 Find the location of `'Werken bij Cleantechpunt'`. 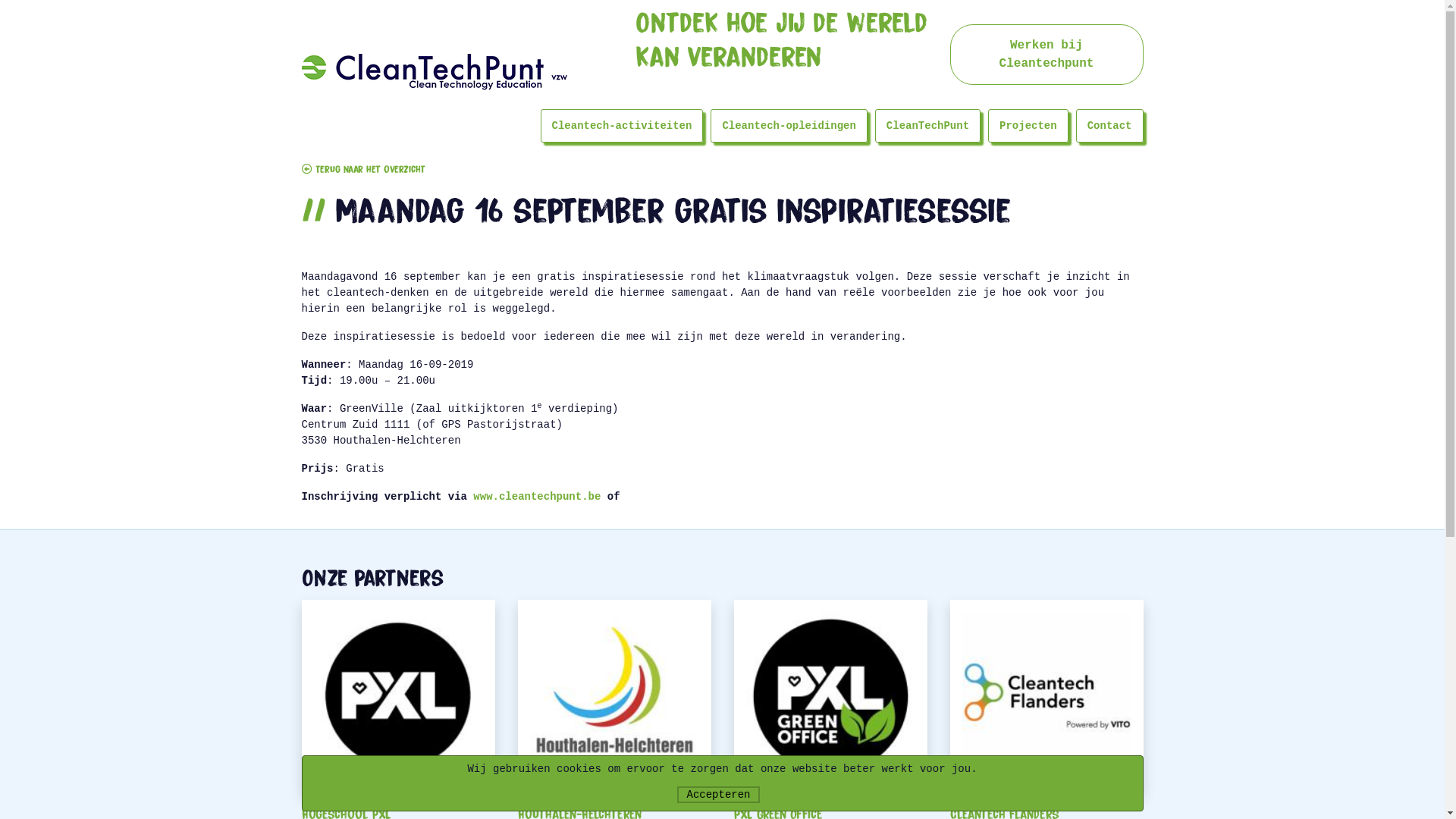

'Werken bij Cleantechpunt' is located at coordinates (1045, 54).